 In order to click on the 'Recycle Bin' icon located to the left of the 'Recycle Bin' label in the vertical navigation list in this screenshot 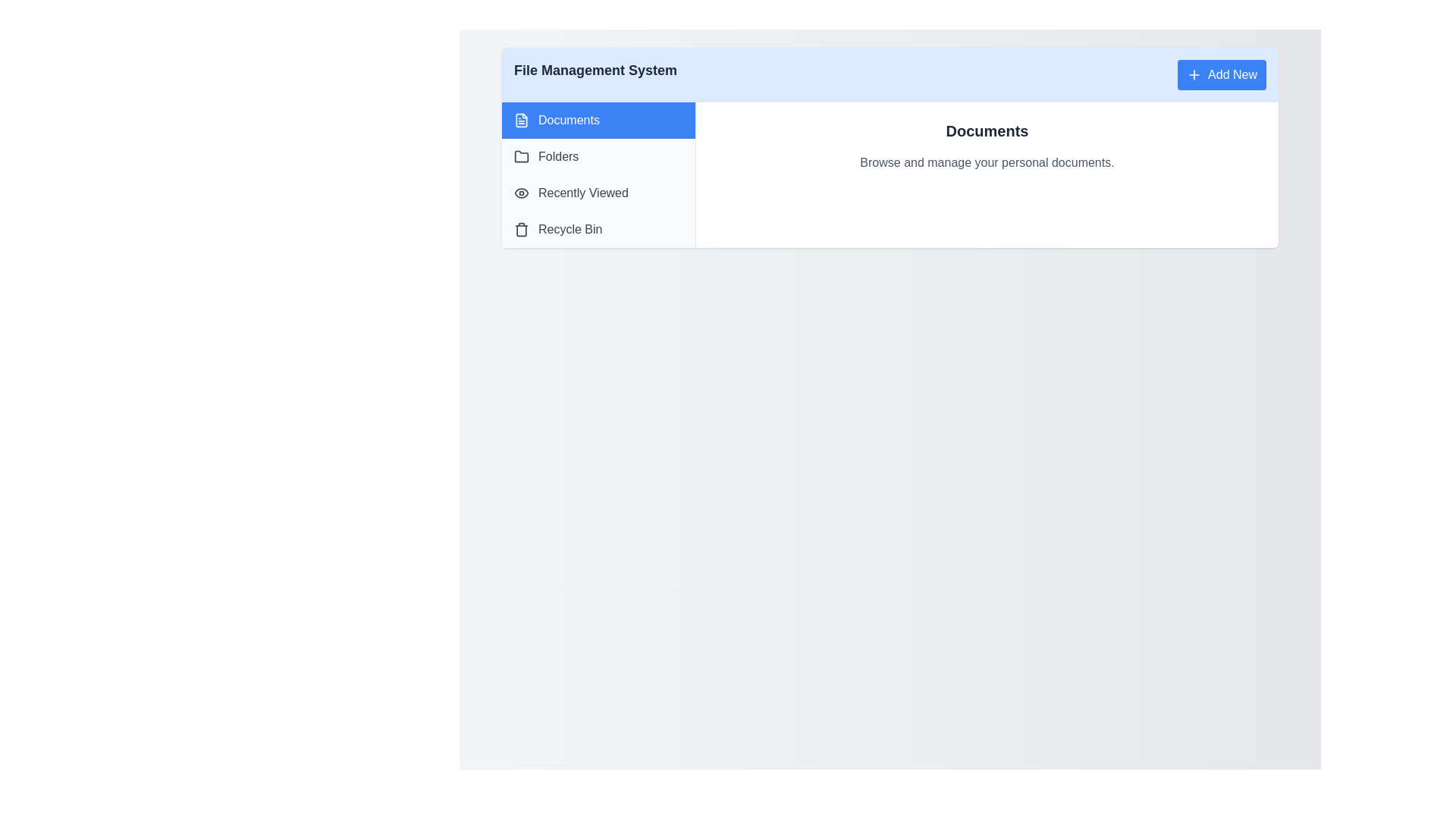, I will do `click(521, 230)`.